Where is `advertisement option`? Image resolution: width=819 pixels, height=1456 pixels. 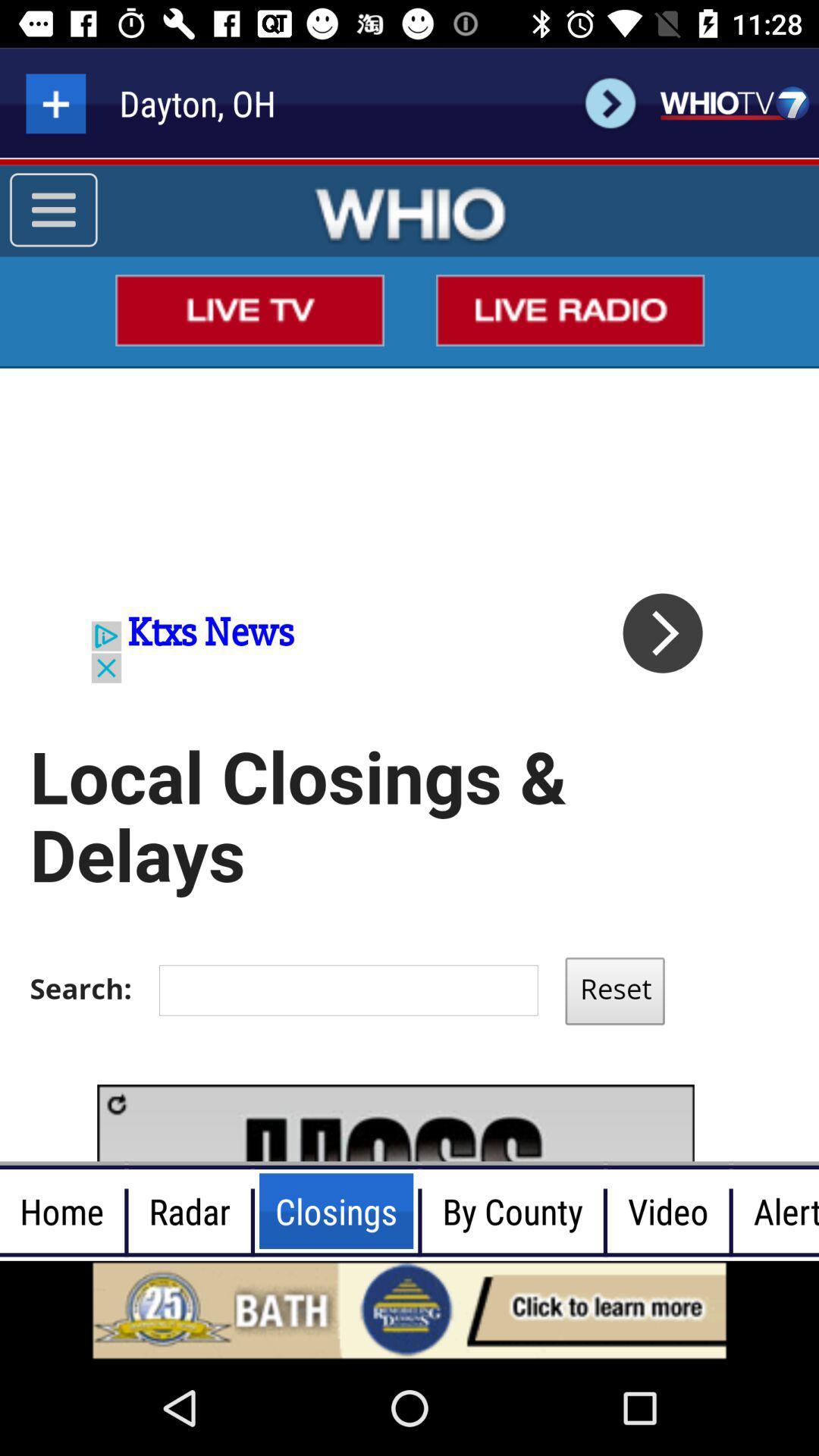
advertisement option is located at coordinates (409, 1310).